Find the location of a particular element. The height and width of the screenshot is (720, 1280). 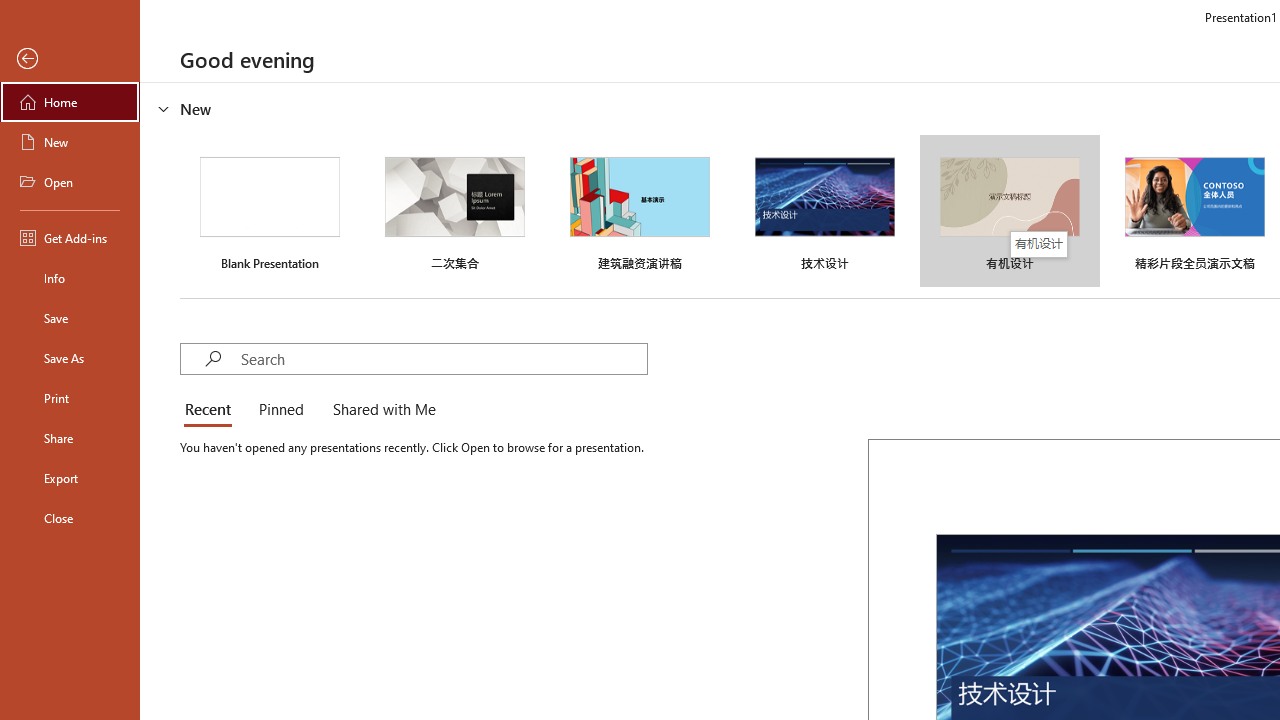

'Hide or show region' is located at coordinates (164, 109).